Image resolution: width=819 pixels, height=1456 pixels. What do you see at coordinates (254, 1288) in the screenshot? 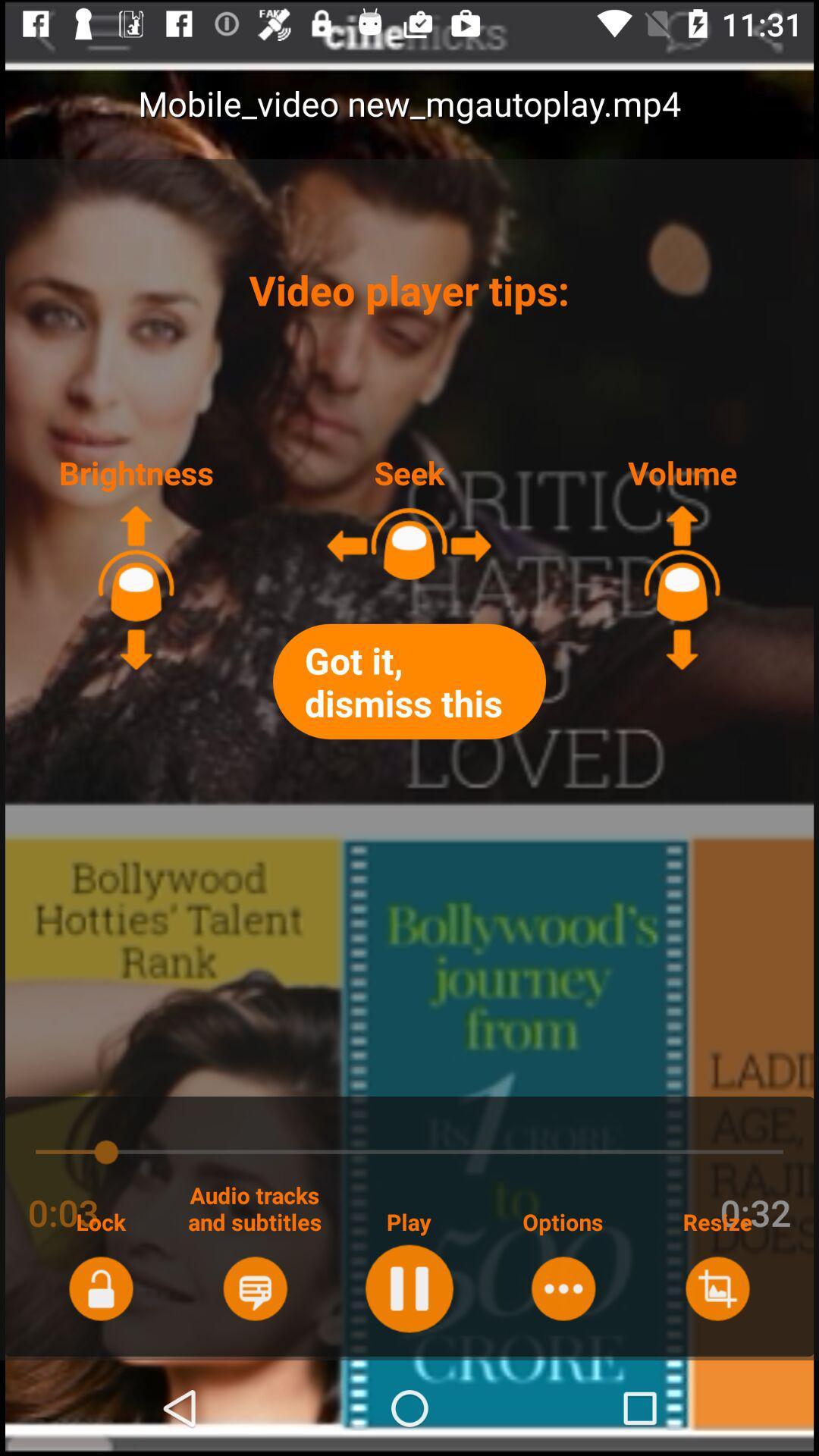
I see `audio tracks and subtitles option` at bounding box center [254, 1288].